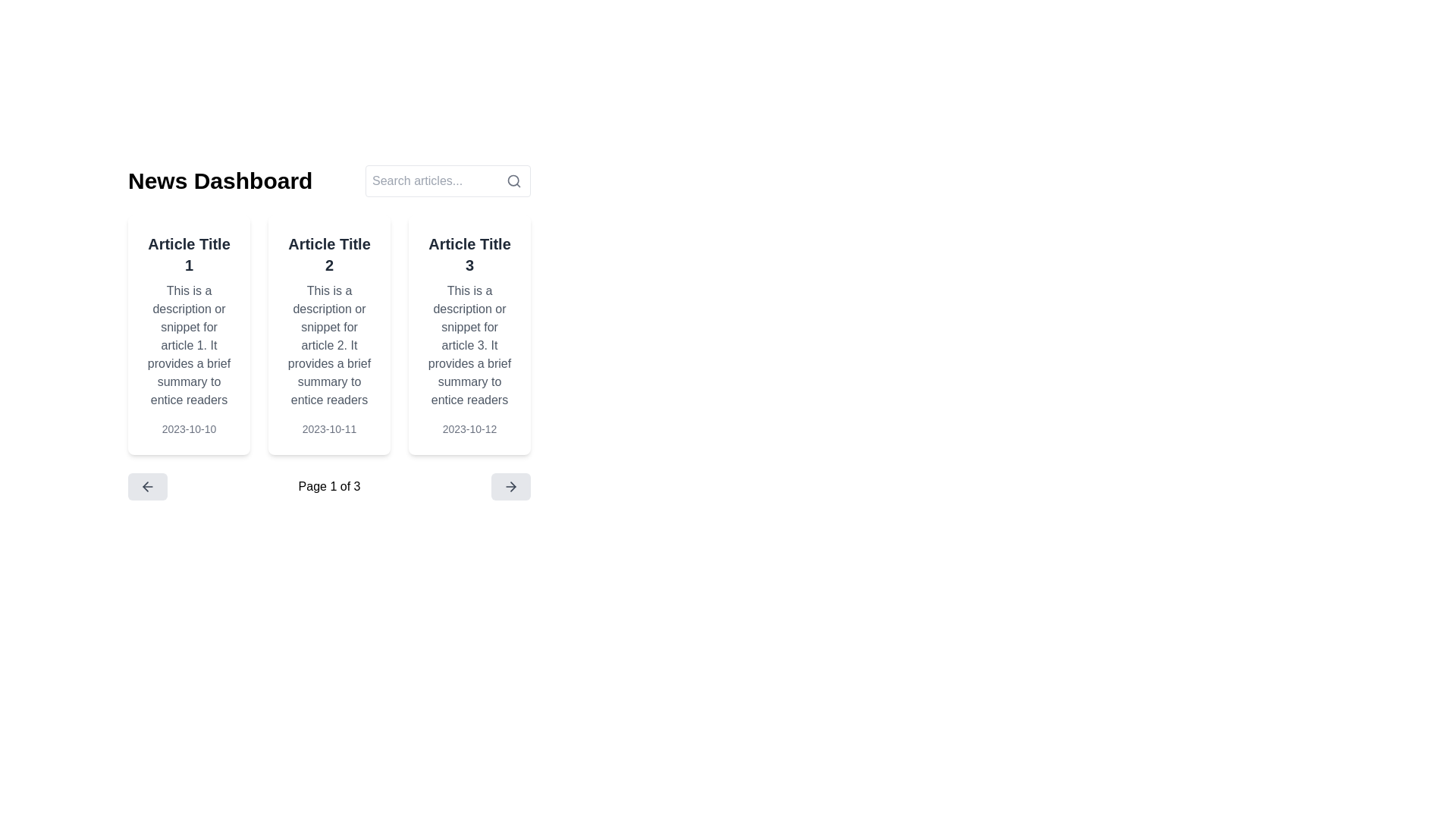  I want to click on the left-pointing arrow icon within the rounded rectangular button in the bottom left corner of the main interface, so click(148, 486).